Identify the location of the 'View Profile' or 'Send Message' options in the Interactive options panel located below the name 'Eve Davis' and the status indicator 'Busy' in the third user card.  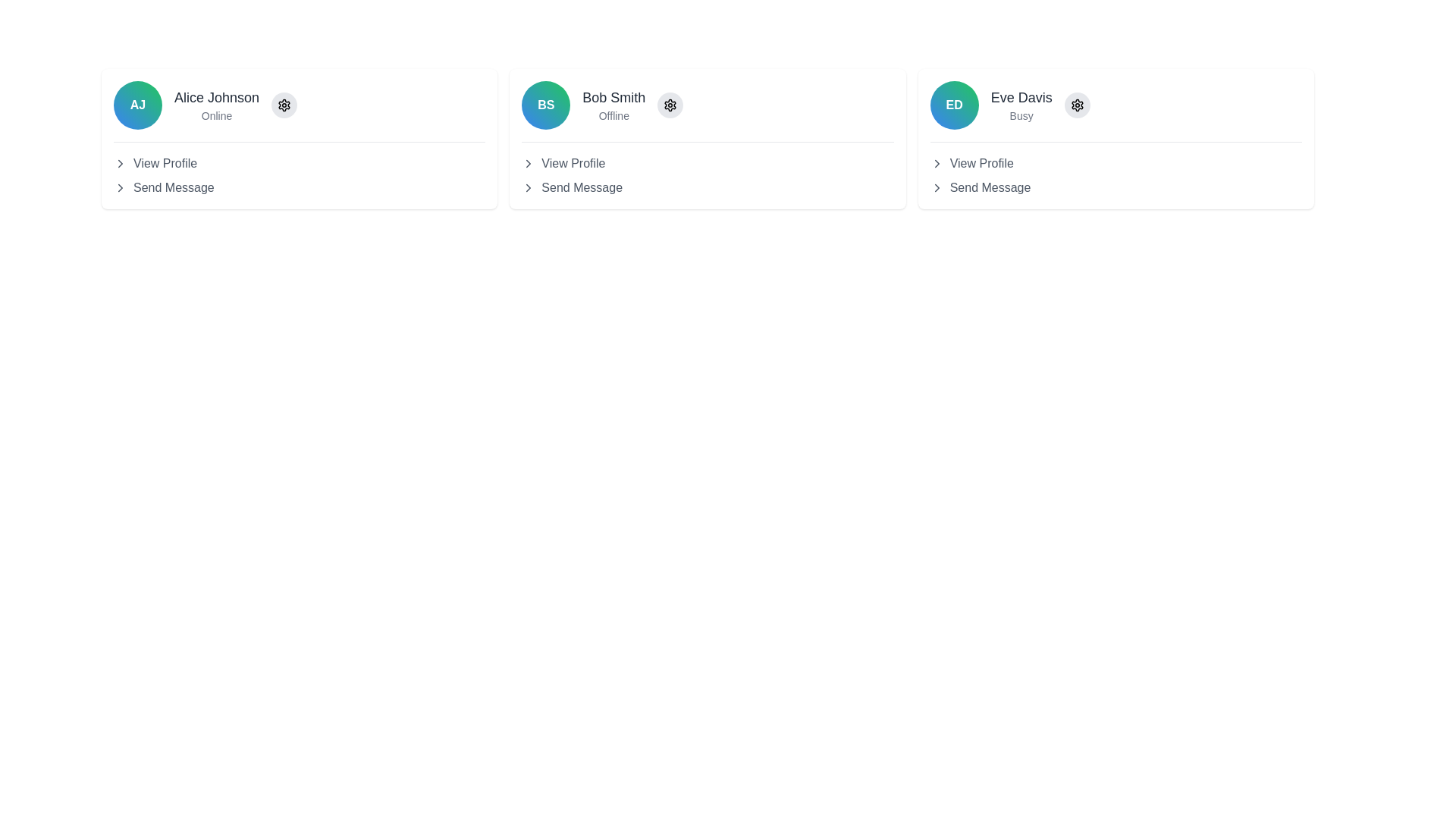
(1116, 174).